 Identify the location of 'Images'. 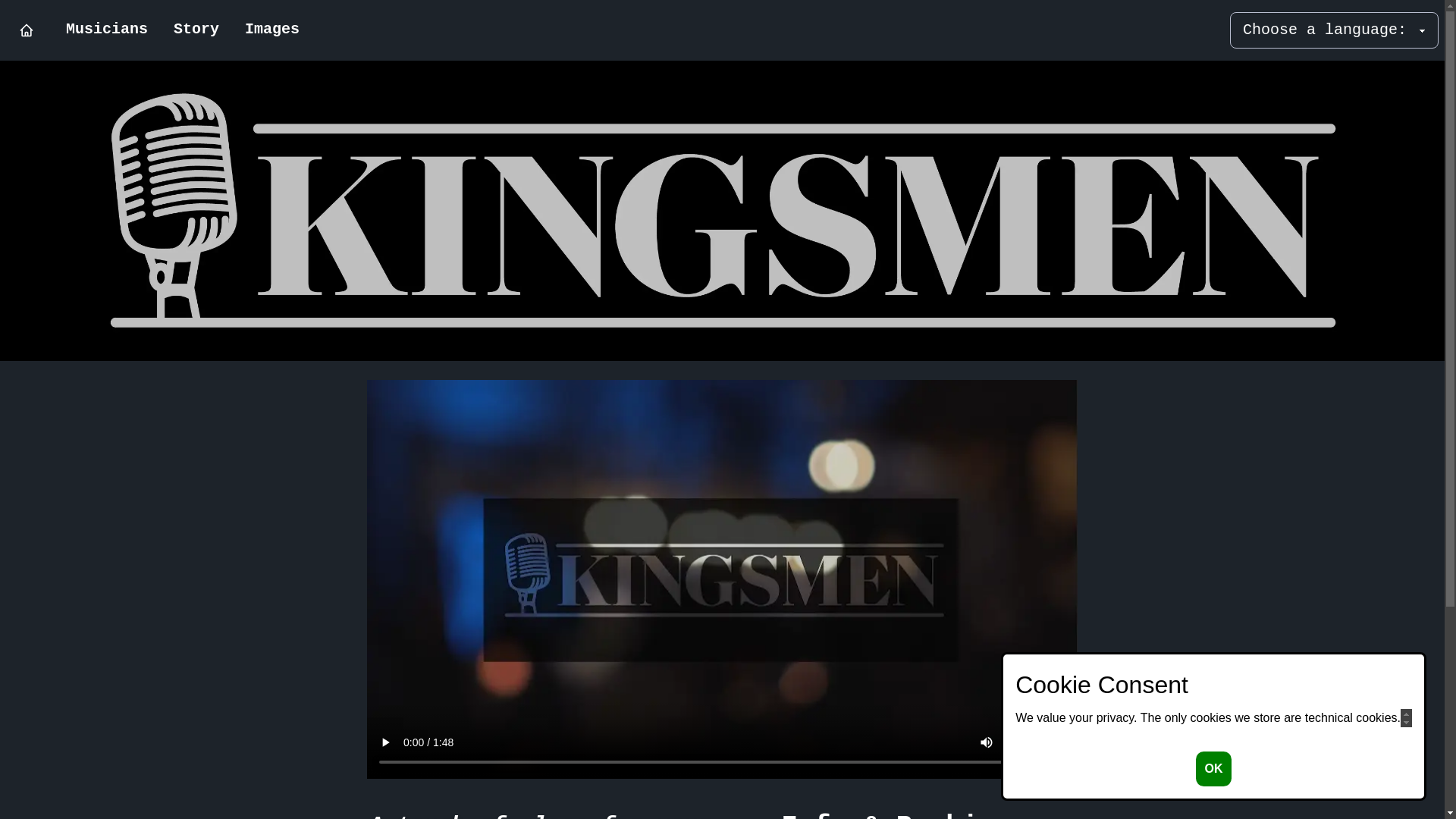
(272, 30).